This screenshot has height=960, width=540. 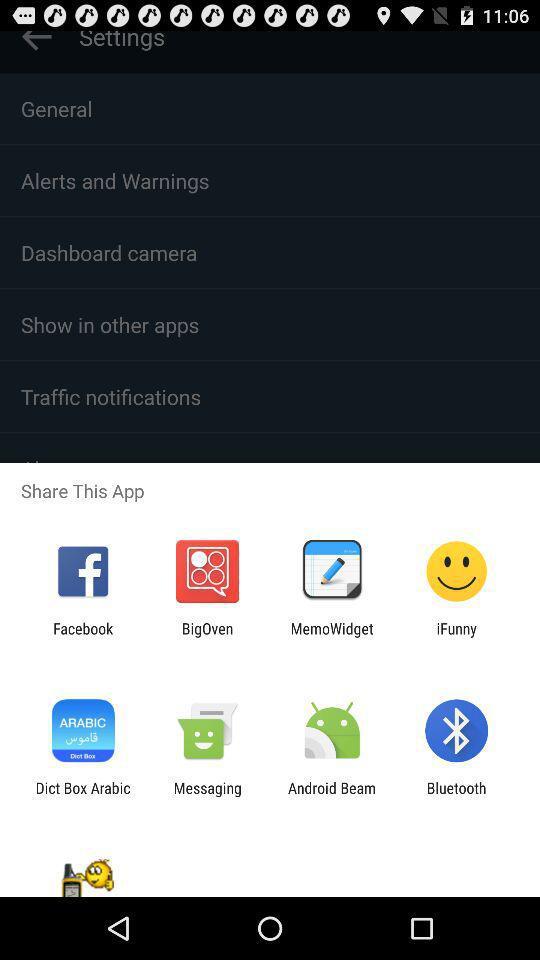 I want to click on the bluetooth icon, so click(x=456, y=796).